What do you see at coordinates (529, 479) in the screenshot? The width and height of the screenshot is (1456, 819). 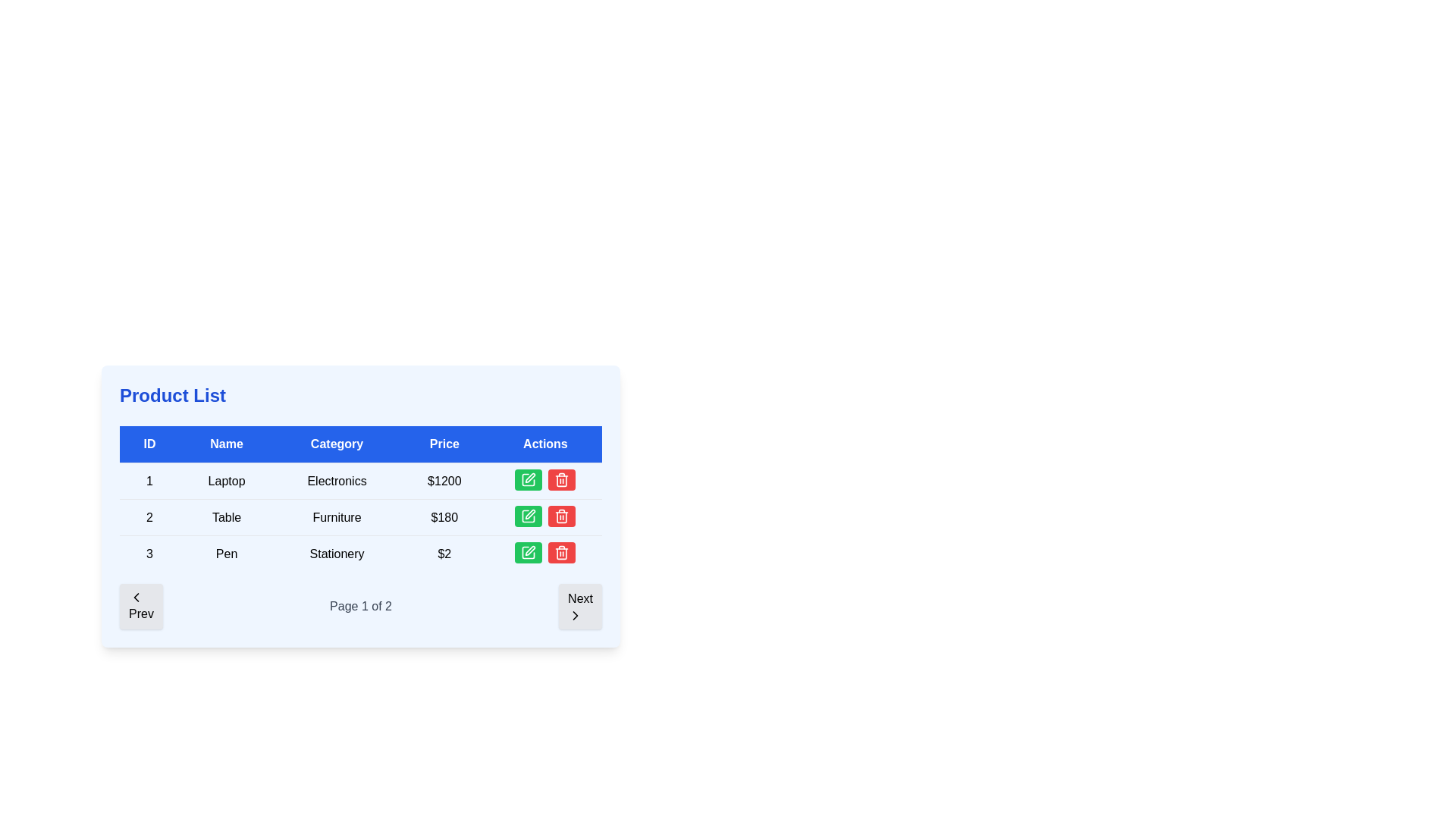 I see `the small rectangular green button with a white pen icon located at the rightmost position for the 'Laptop' product entry in the 'Actions' column` at bounding box center [529, 479].